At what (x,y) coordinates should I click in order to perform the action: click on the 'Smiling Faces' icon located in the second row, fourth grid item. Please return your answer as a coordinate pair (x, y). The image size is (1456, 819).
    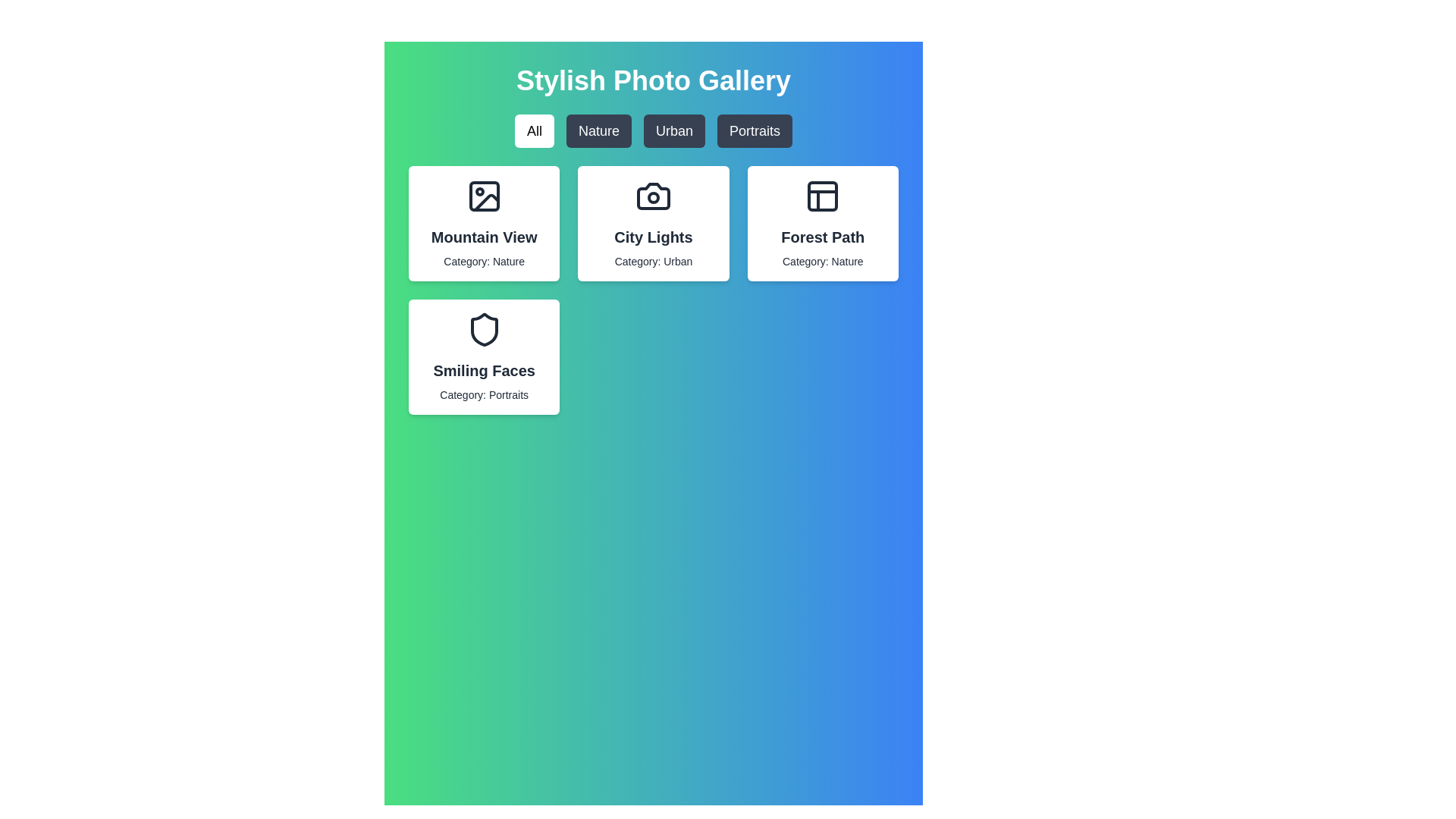
    Looking at the image, I should click on (483, 329).